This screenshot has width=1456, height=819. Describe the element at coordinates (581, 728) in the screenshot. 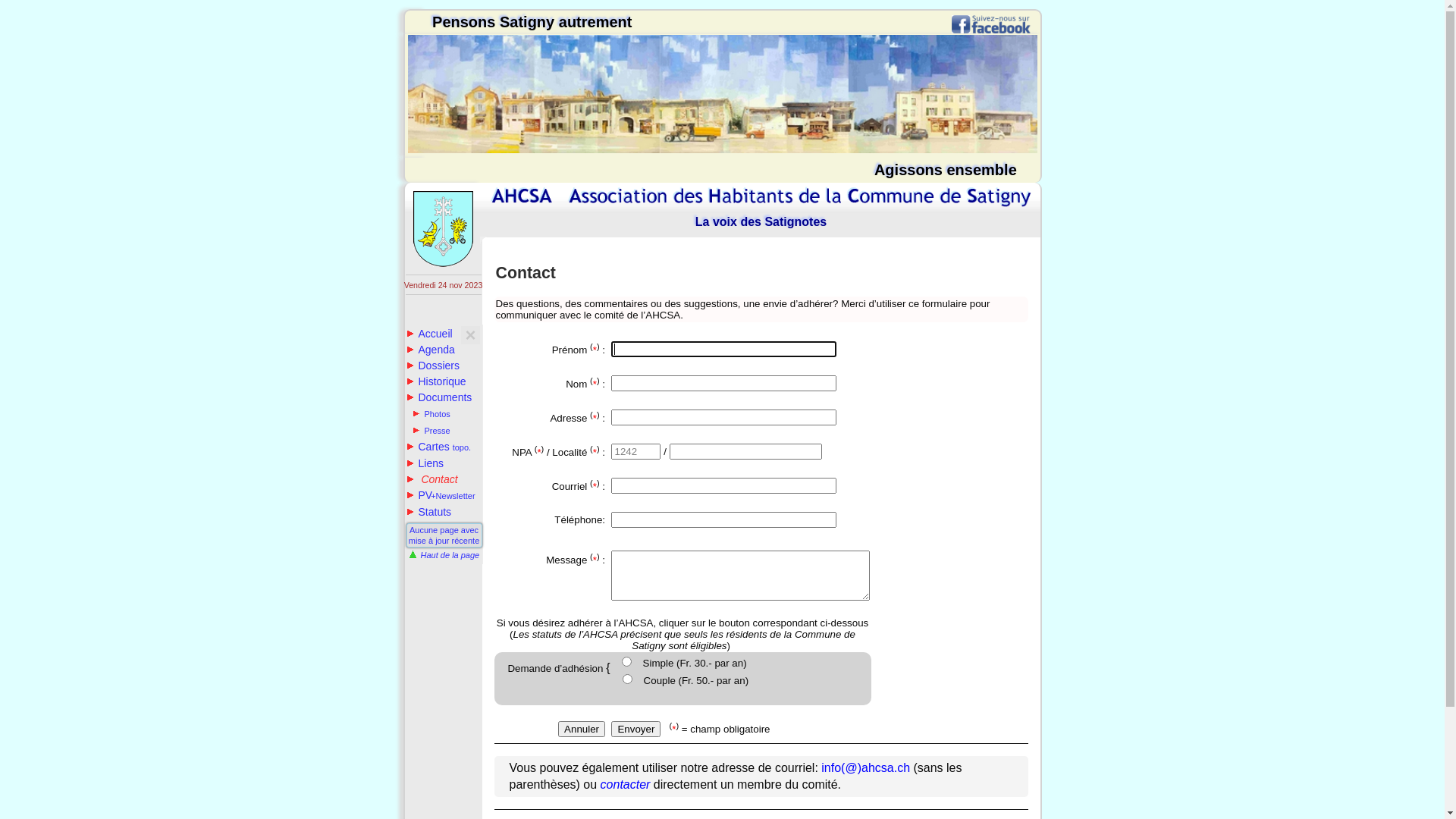

I see `'Annuler'` at that location.